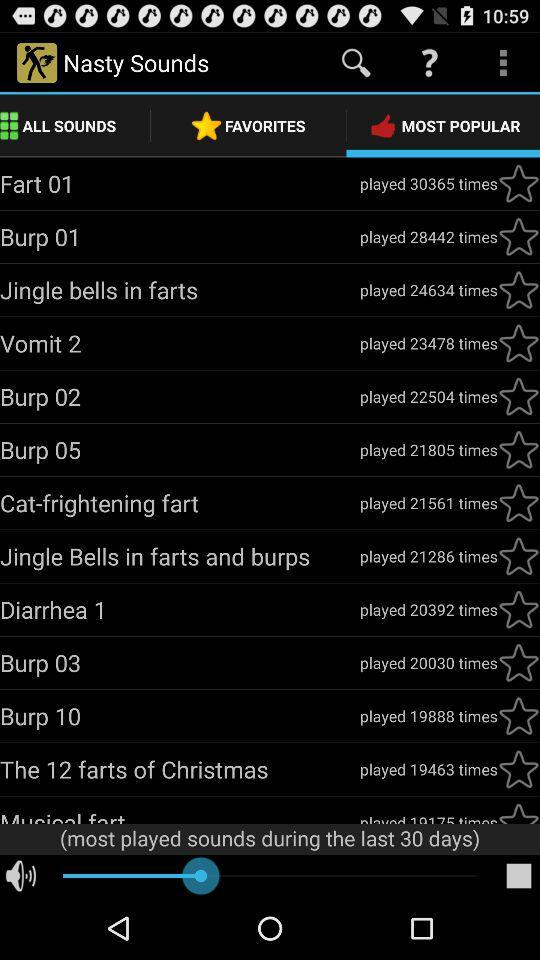  Describe the element at coordinates (518, 183) in the screenshot. I see `mark as favorite` at that location.